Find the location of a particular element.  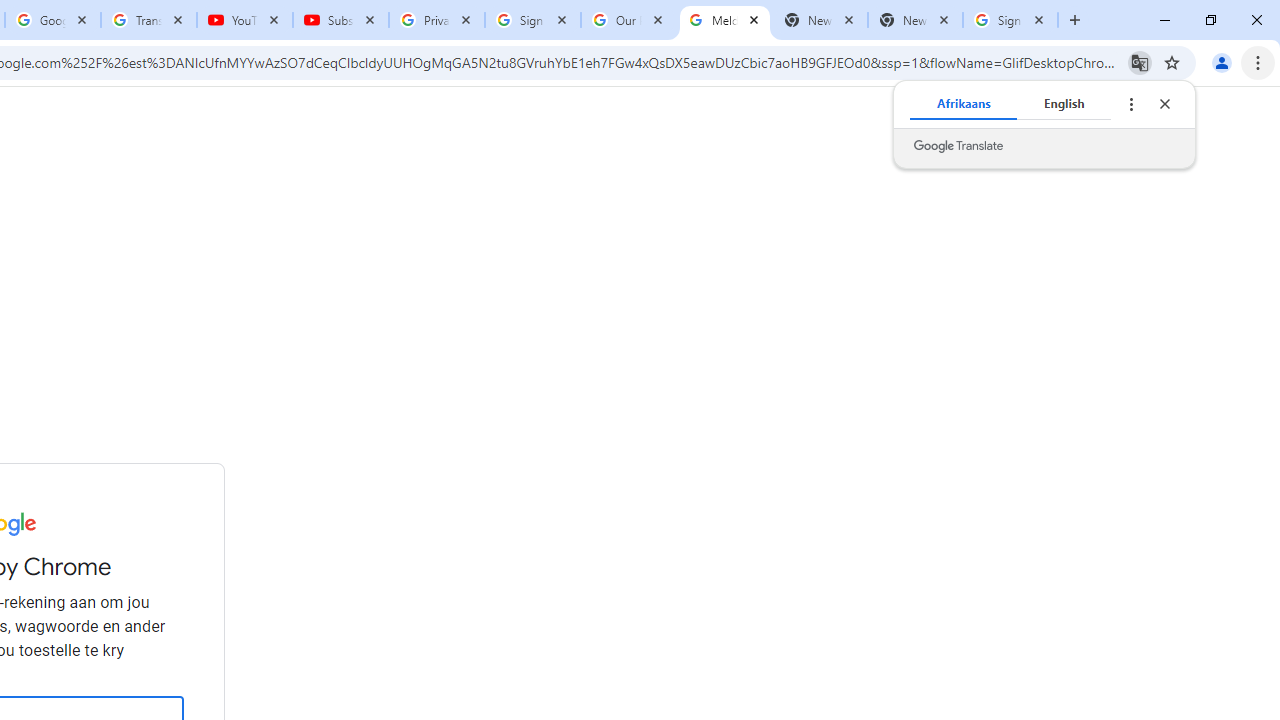

'Subscriptions - YouTube' is located at coordinates (341, 20).